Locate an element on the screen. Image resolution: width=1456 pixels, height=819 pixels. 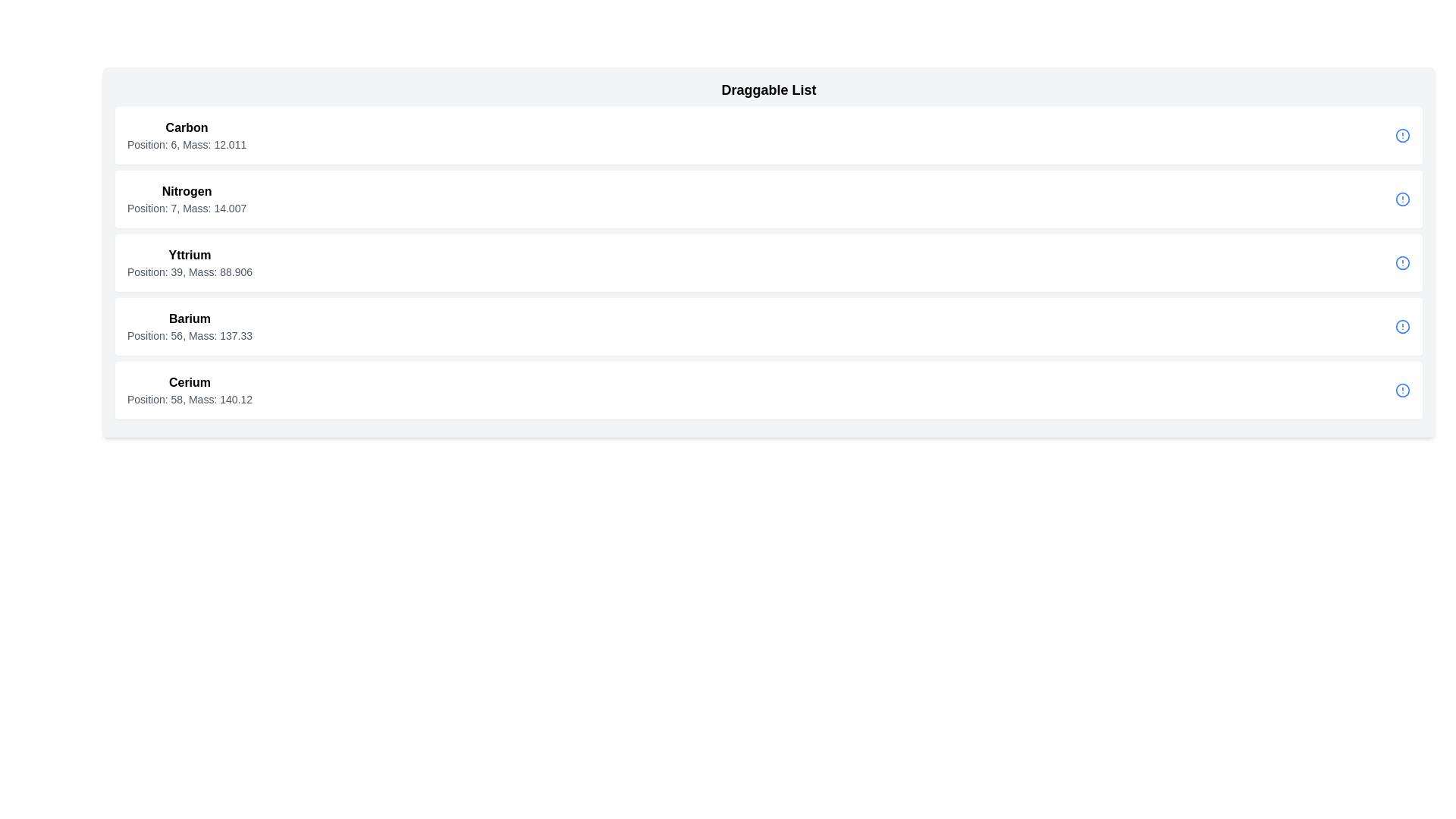
text content of the informational display that contains 'Nitrogen' and its details about position and mass is located at coordinates (186, 198).